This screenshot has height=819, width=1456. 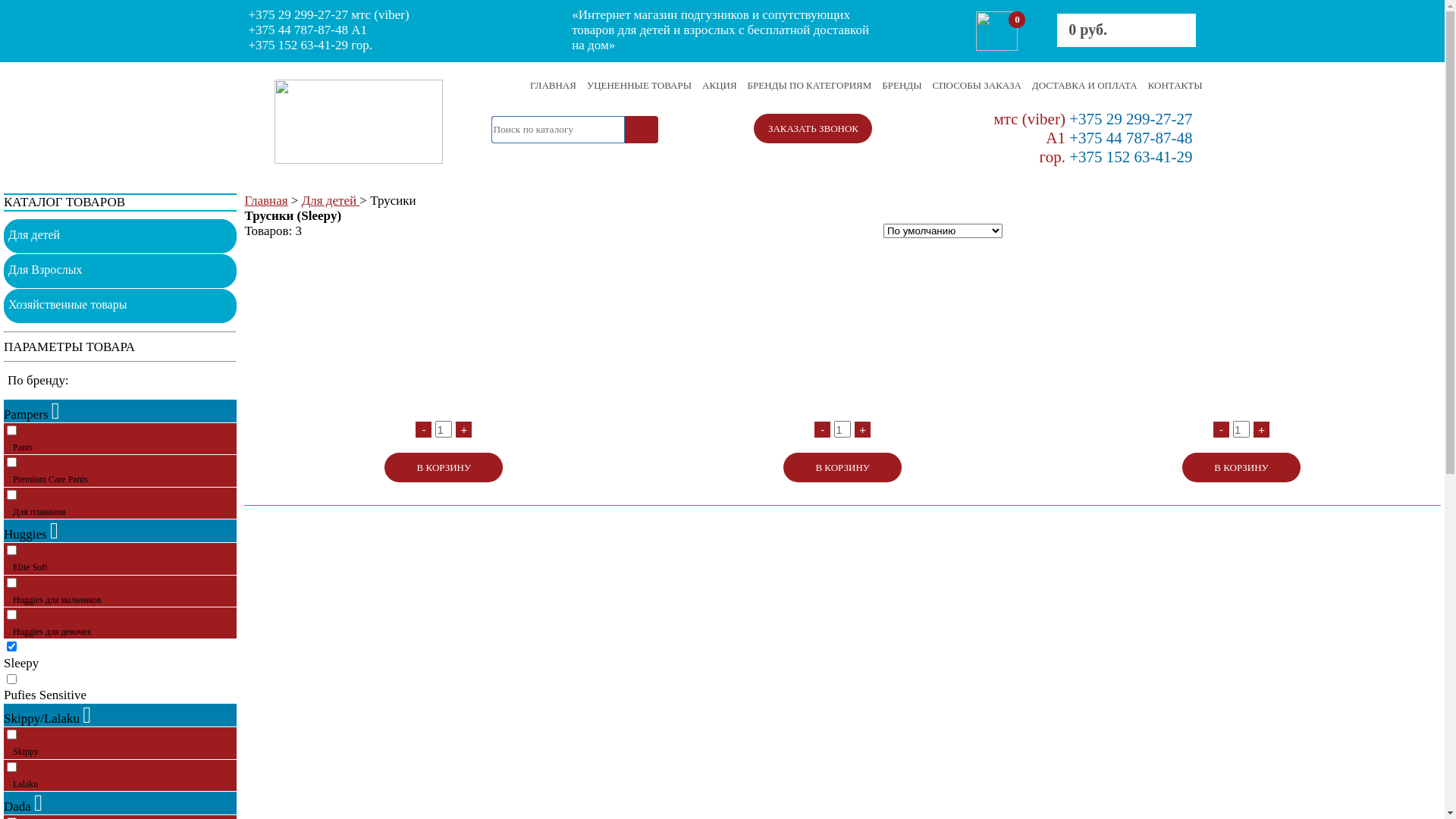 I want to click on '-', so click(x=1212, y=429).